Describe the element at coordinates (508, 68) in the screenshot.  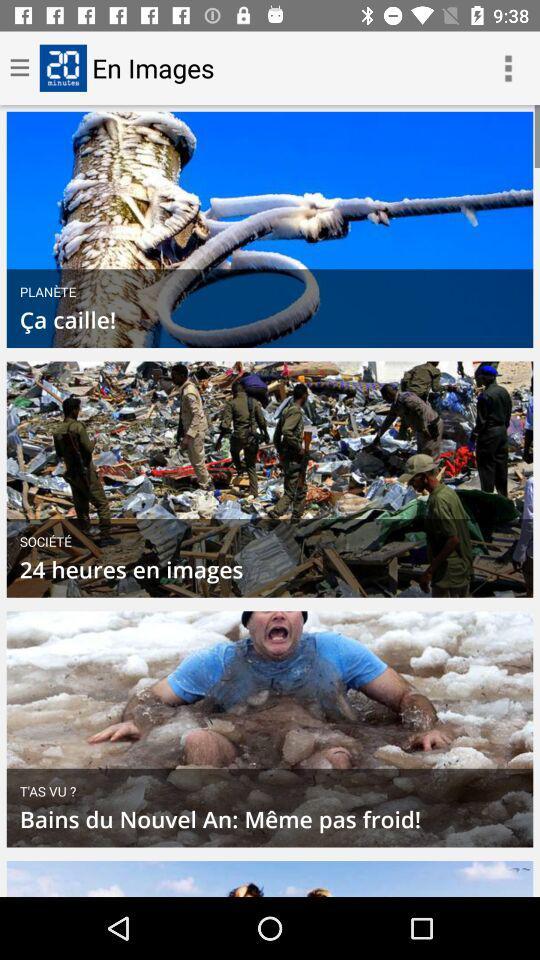
I see `app next to en images icon` at that location.